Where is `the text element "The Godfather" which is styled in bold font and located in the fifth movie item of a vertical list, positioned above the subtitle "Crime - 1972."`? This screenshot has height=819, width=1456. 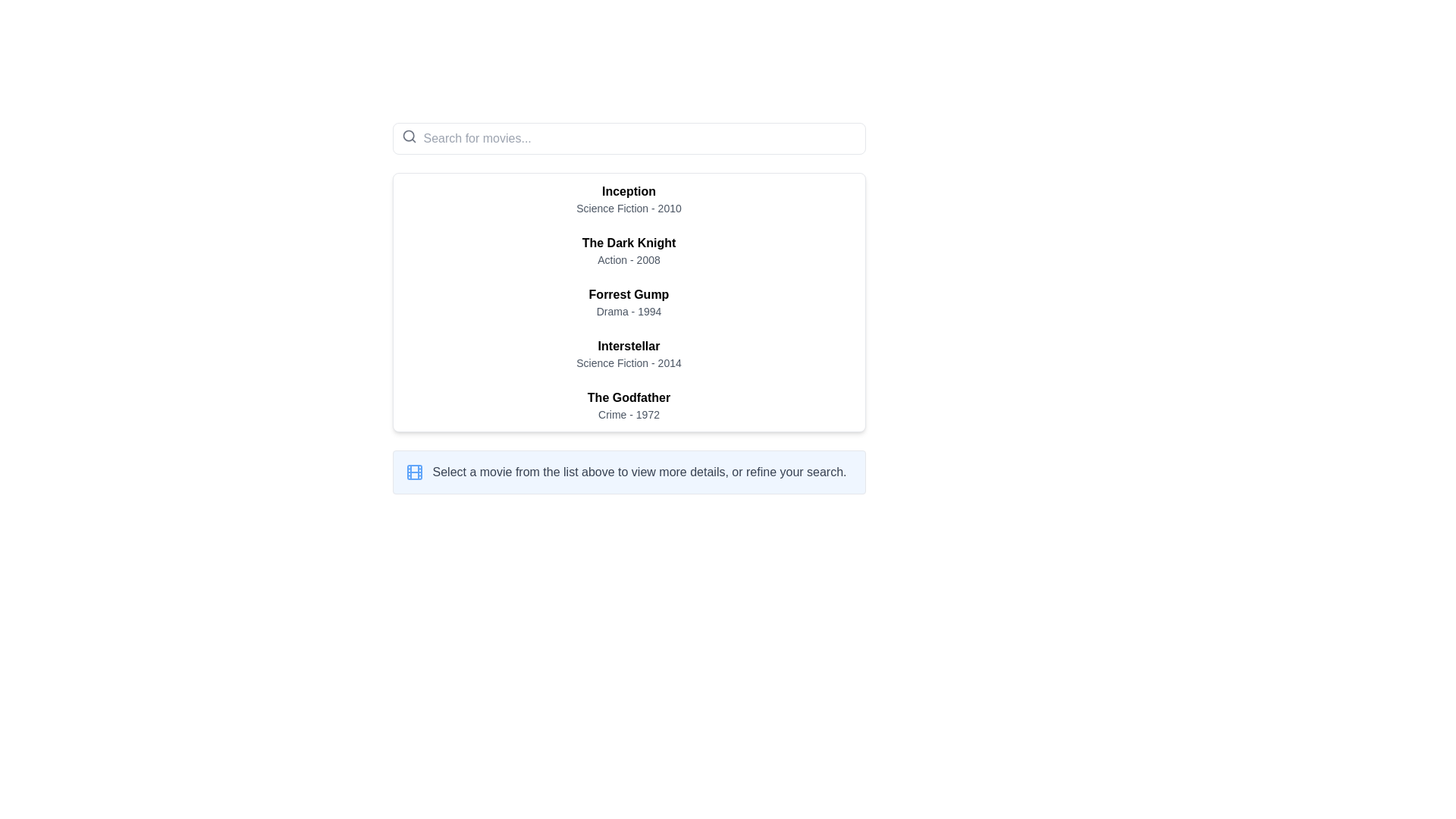 the text element "The Godfather" which is styled in bold font and located in the fifth movie item of a vertical list, positioned above the subtitle "Crime - 1972." is located at coordinates (629, 397).